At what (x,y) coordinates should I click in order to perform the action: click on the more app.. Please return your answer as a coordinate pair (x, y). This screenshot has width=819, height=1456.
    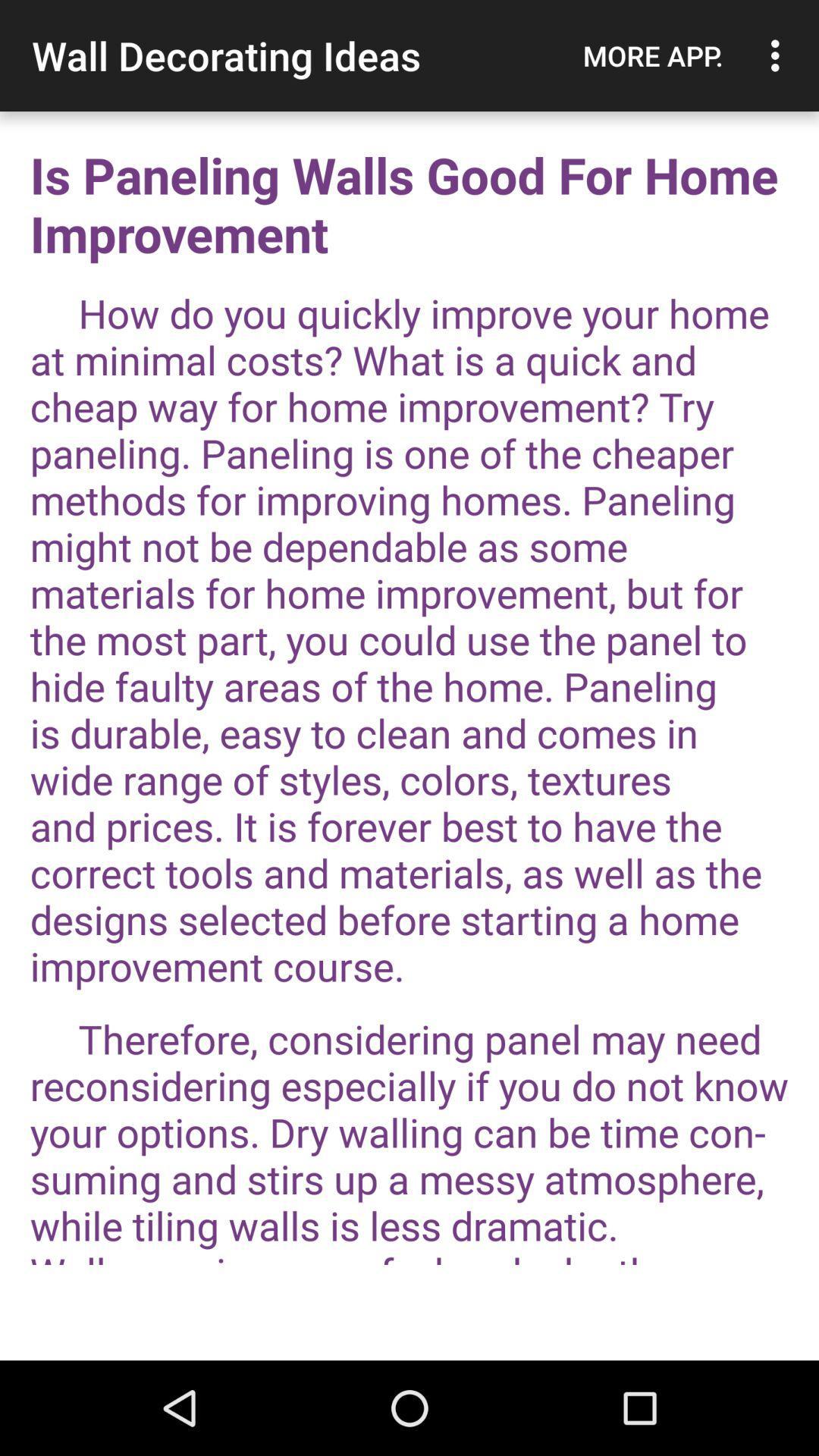
    Looking at the image, I should click on (652, 55).